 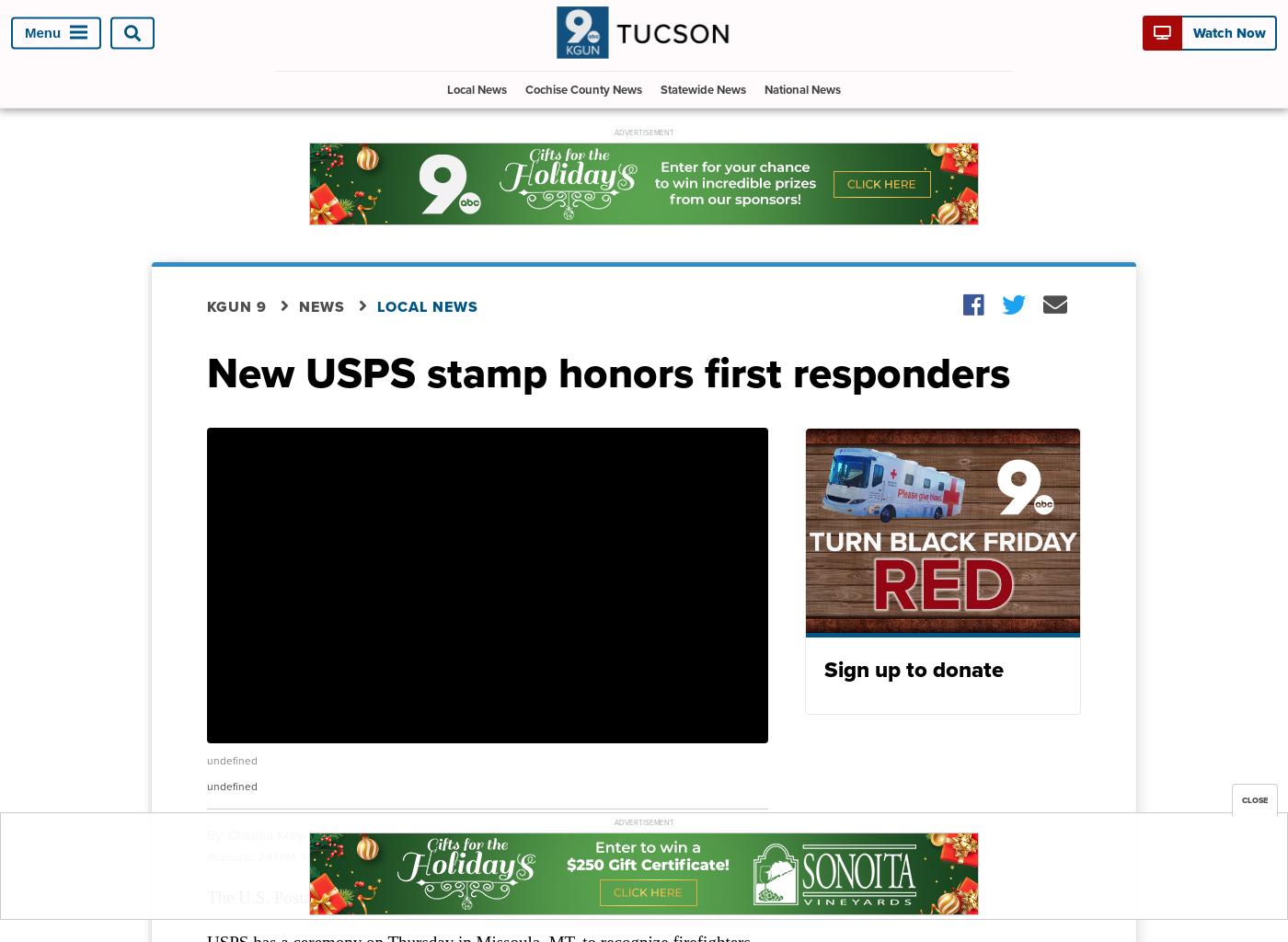 What do you see at coordinates (608, 370) in the screenshot?
I see `'New USPS stamp honors first responders'` at bounding box center [608, 370].